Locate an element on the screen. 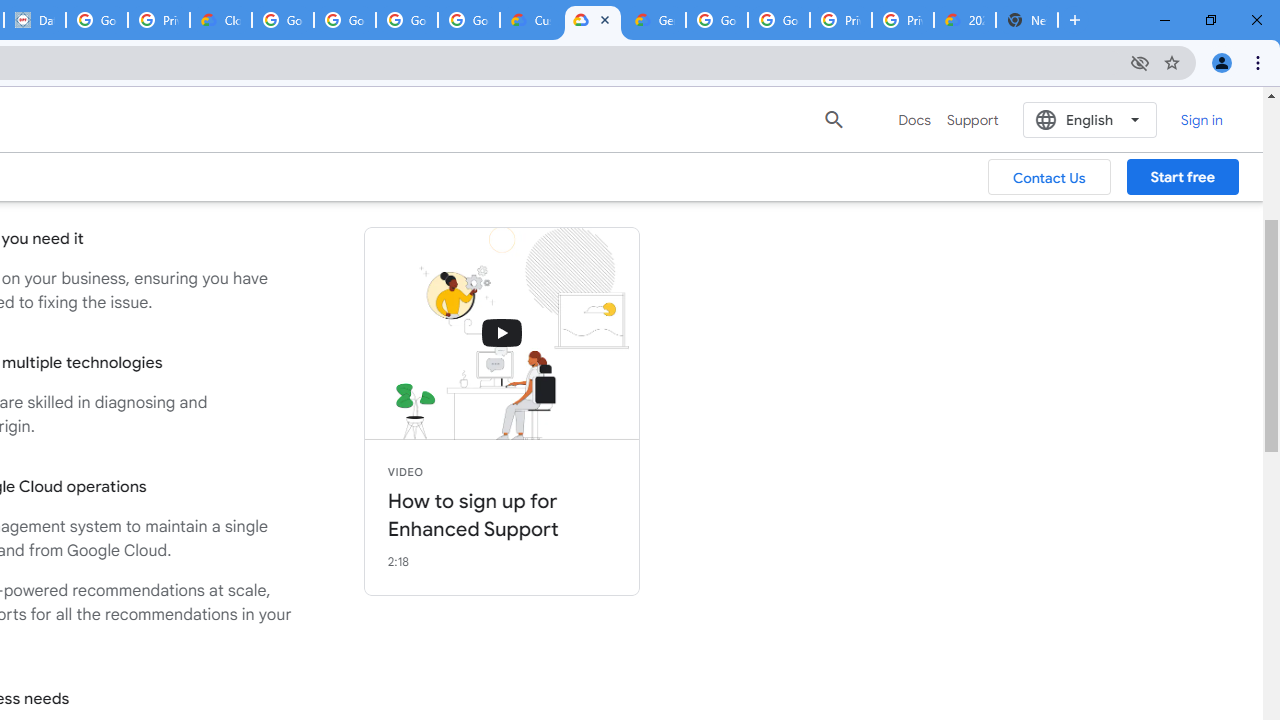 Image resolution: width=1280 pixels, height=720 pixels. 'Support' is located at coordinates (972, 119).